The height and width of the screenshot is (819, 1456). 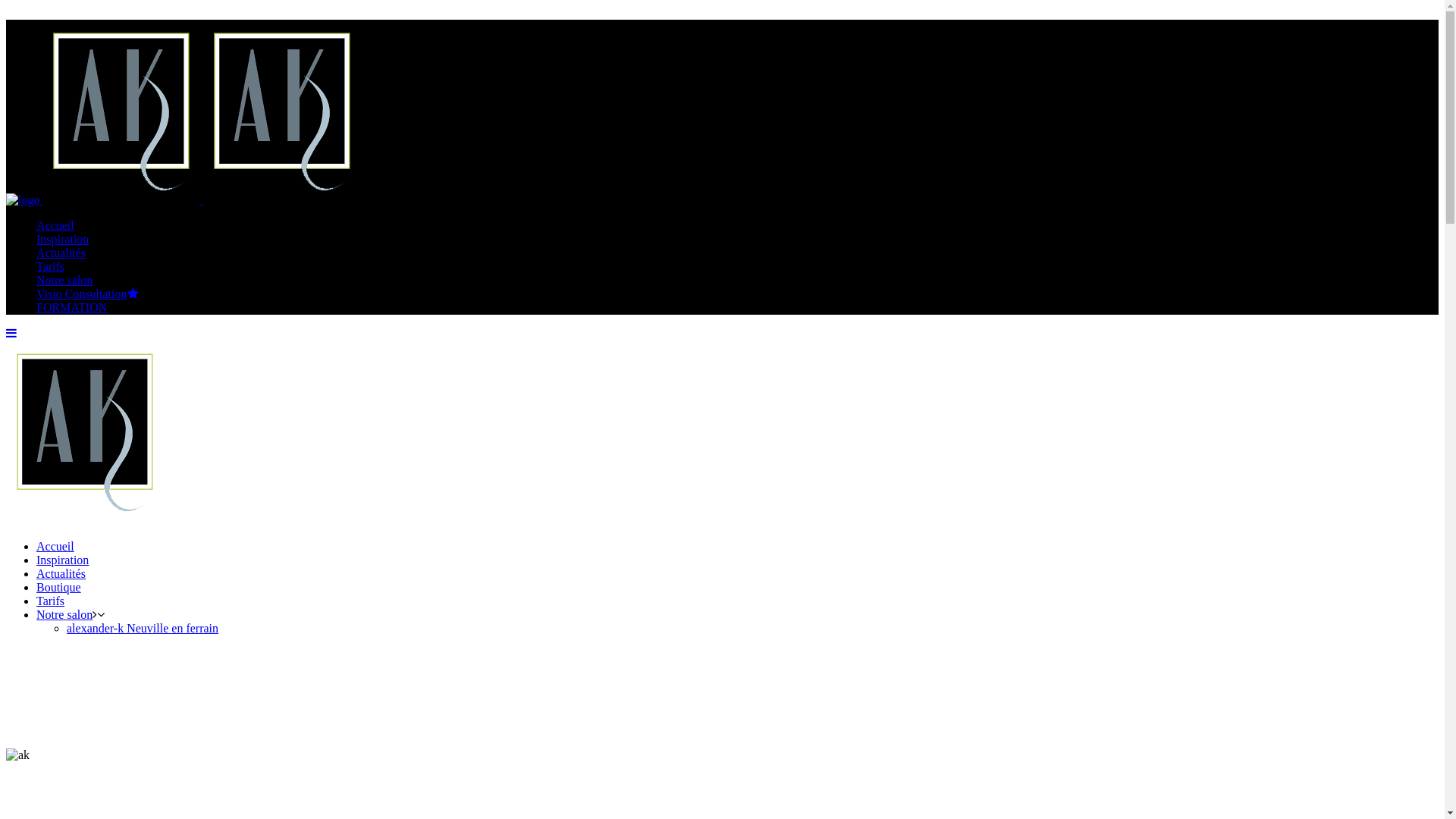 I want to click on 'Inspiration', so click(x=61, y=239).